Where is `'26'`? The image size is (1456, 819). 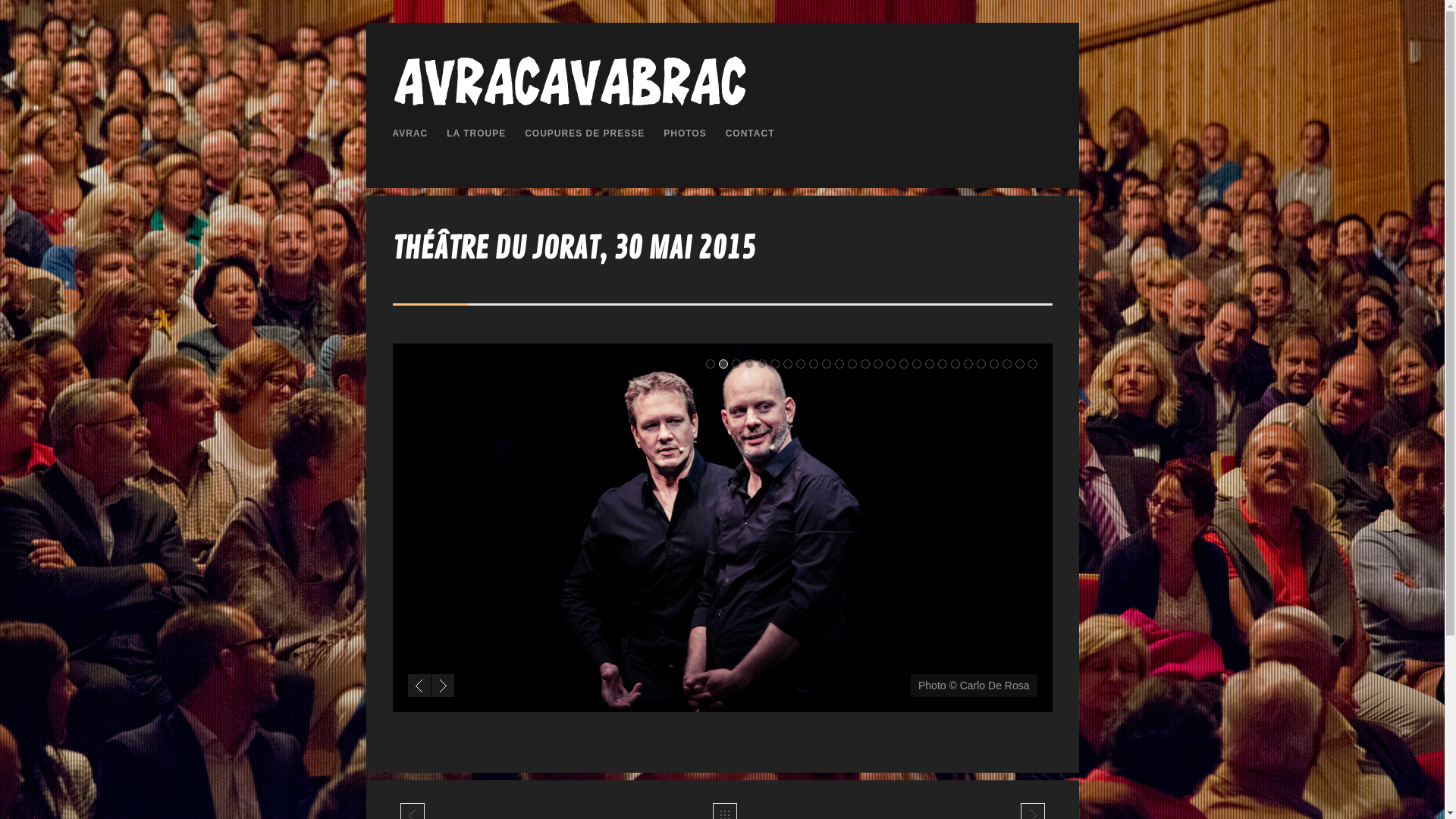 '26' is located at coordinates (1032, 363).